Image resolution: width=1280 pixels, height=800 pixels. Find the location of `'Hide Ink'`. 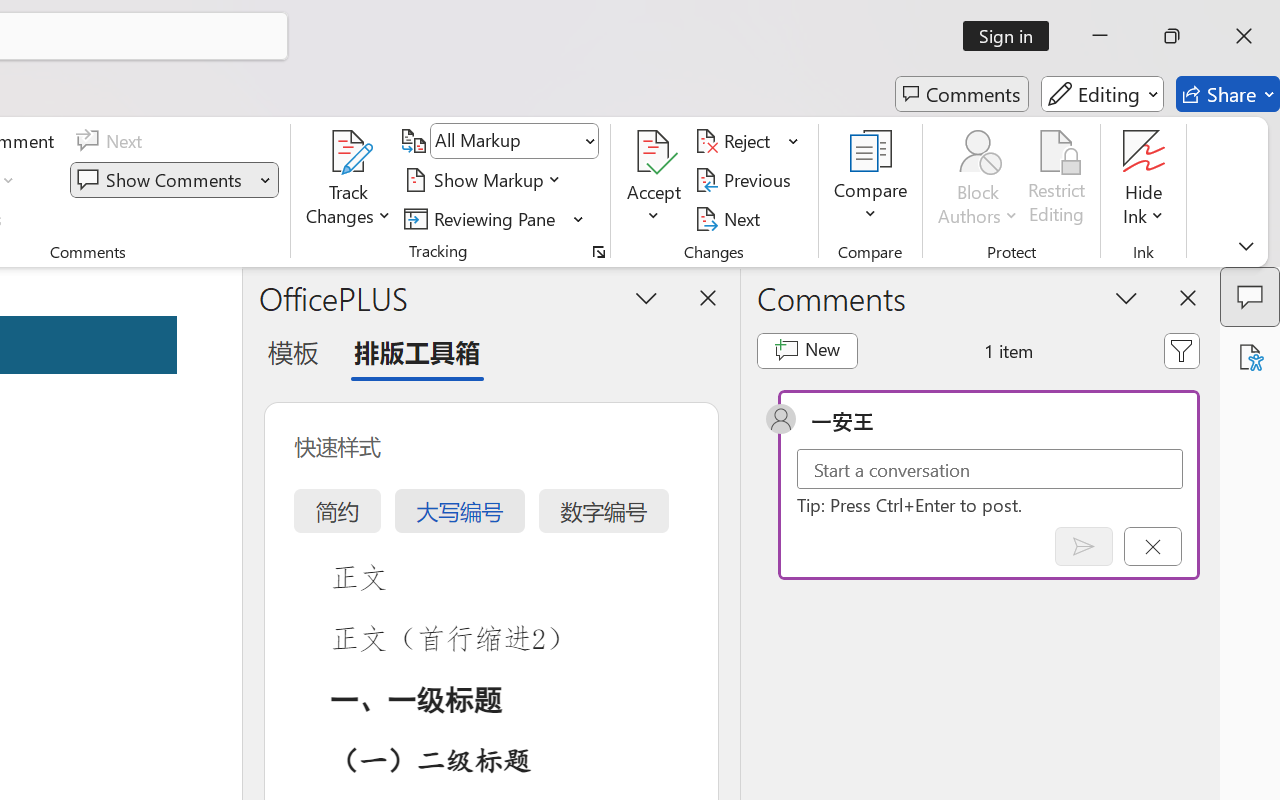

'Hide Ink' is located at coordinates (1144, 179).